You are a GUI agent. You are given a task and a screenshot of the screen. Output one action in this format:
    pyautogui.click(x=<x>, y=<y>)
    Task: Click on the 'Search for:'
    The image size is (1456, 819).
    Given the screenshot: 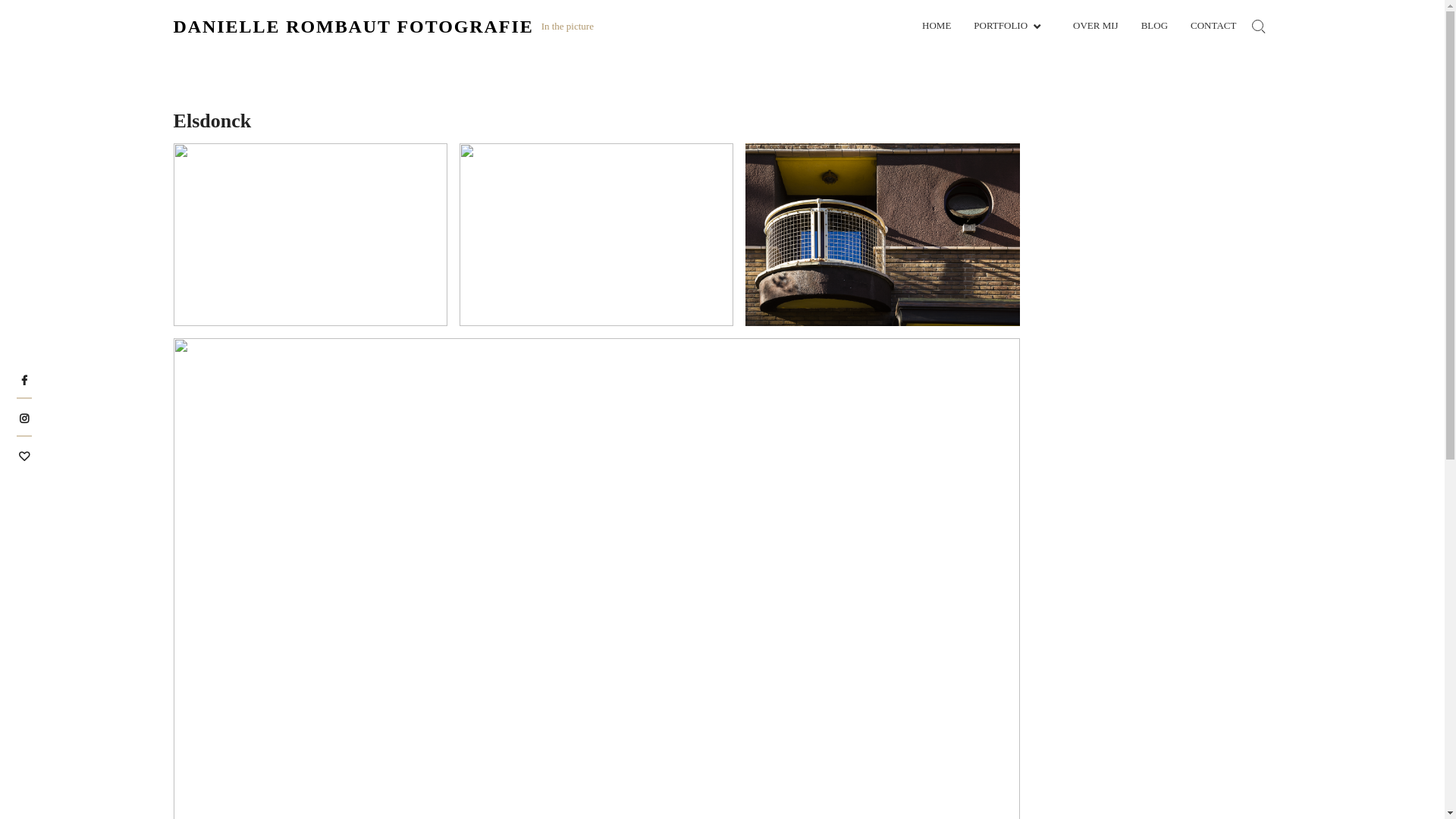 What is the action you would take?
    pyautogui.click(x=1258, y=26)
    